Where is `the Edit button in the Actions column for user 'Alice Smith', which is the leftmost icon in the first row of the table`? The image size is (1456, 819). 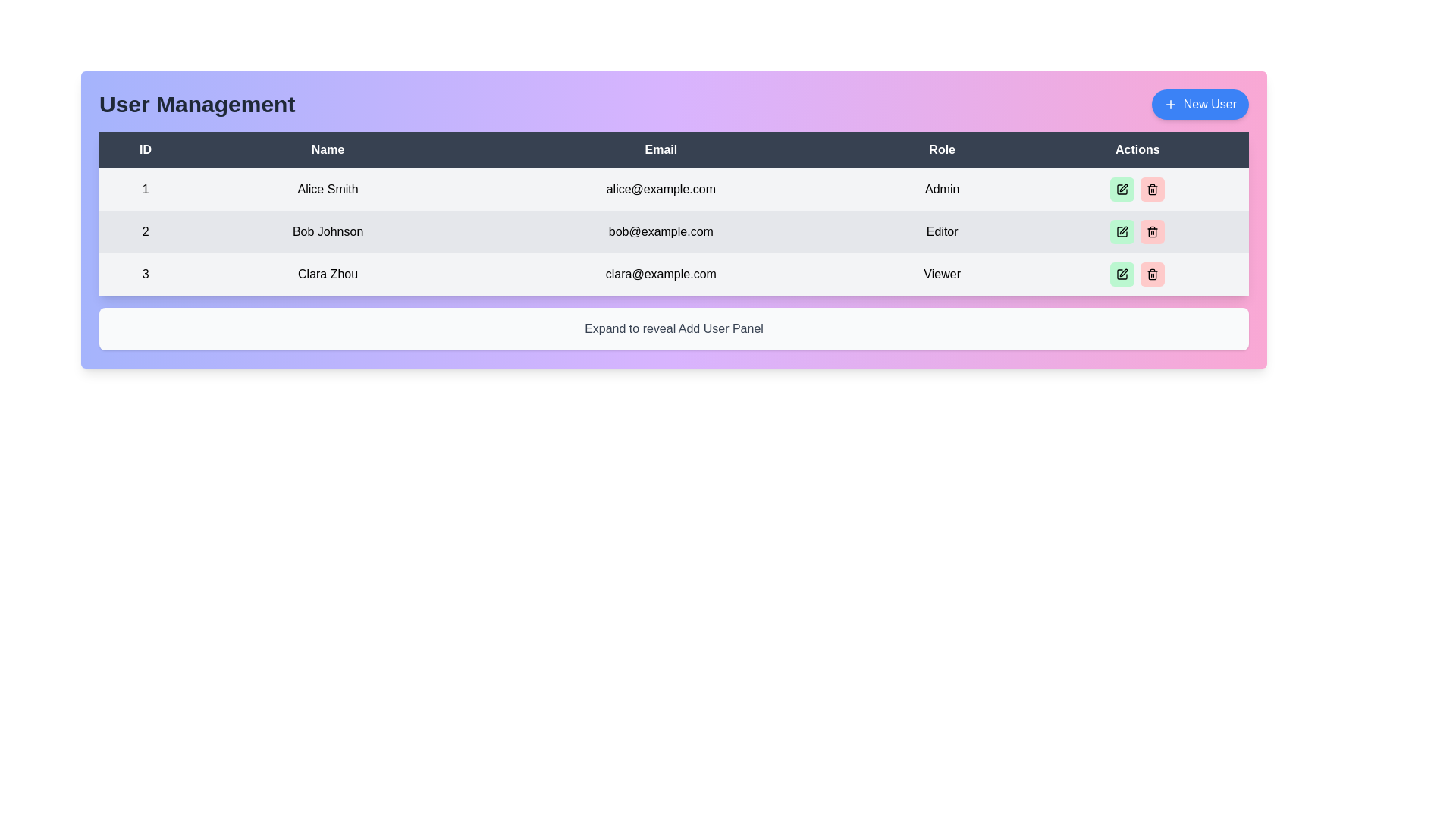
the Edit button in the Actions column for user 'Alice Smith', which is the leftmost icon in the first row of the table is located at coordinates (1122, 189).